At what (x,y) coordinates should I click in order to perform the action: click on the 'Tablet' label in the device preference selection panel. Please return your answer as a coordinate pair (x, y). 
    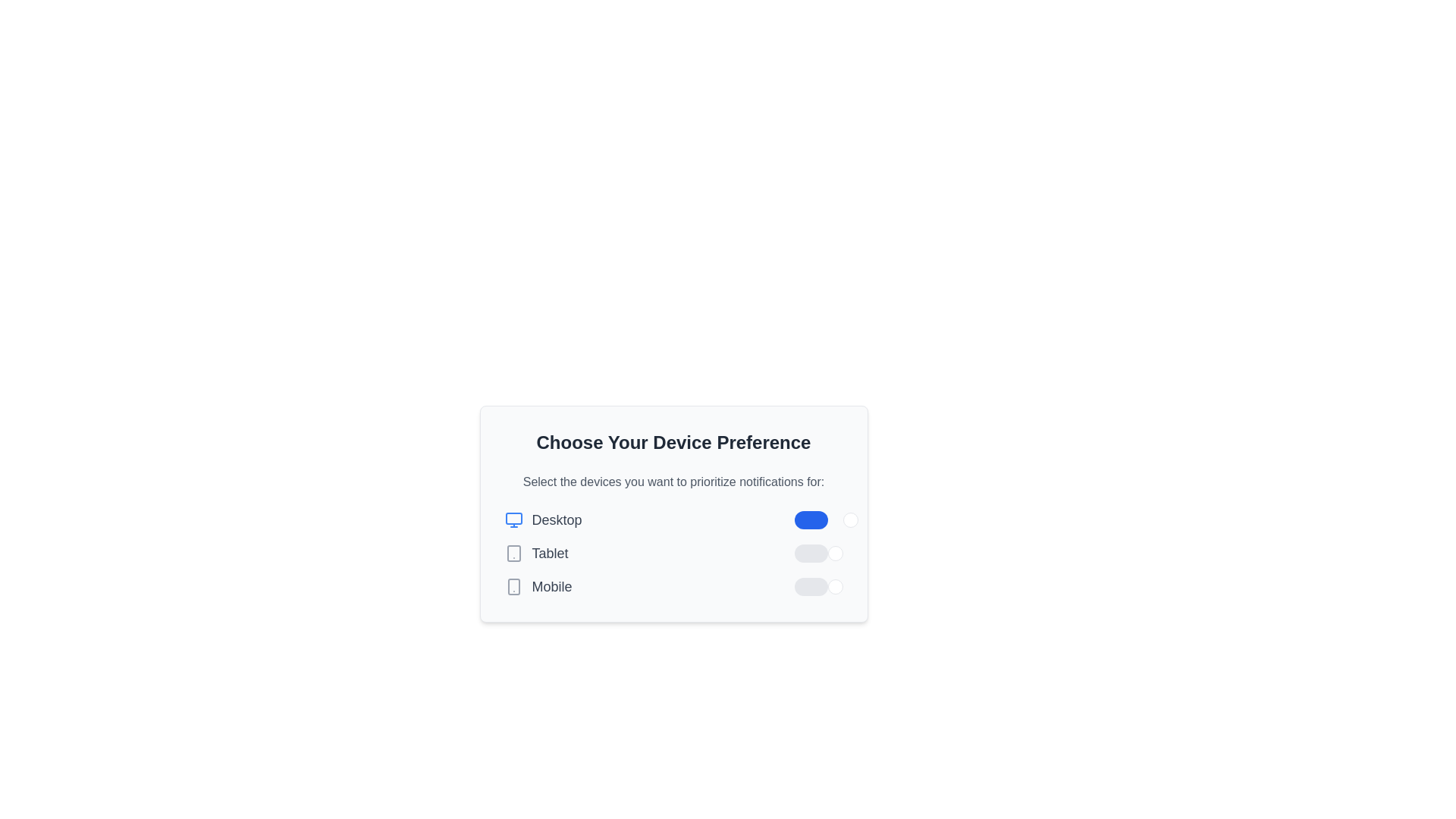
    Looking at the image, I should click on (549, 553).